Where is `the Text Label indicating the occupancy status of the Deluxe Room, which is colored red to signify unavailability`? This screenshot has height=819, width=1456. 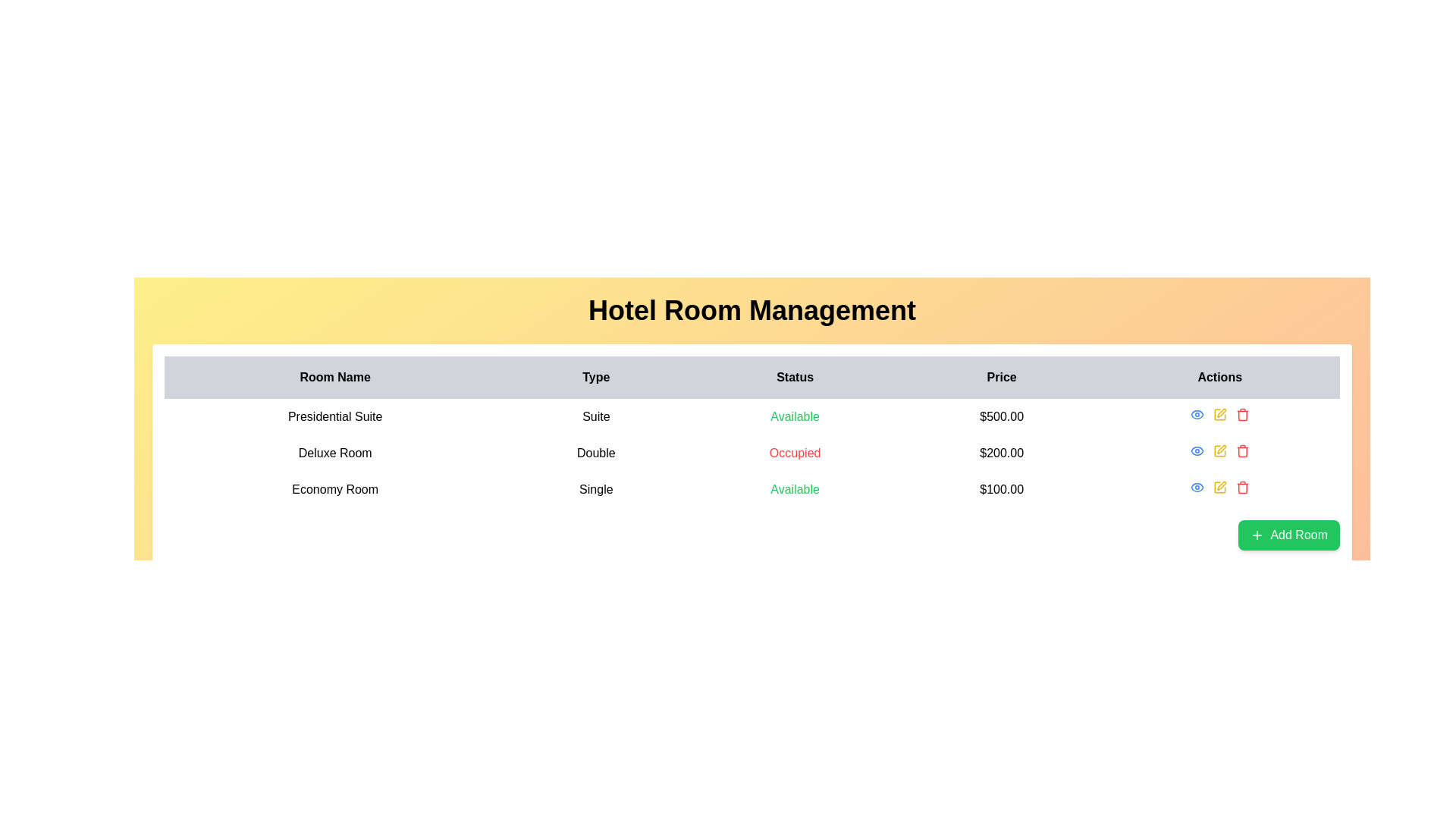
the Text Label indicating the occupancy status of the Deluxe Room, which is colored red to signify unavailability is located at coordinates (794, 452).